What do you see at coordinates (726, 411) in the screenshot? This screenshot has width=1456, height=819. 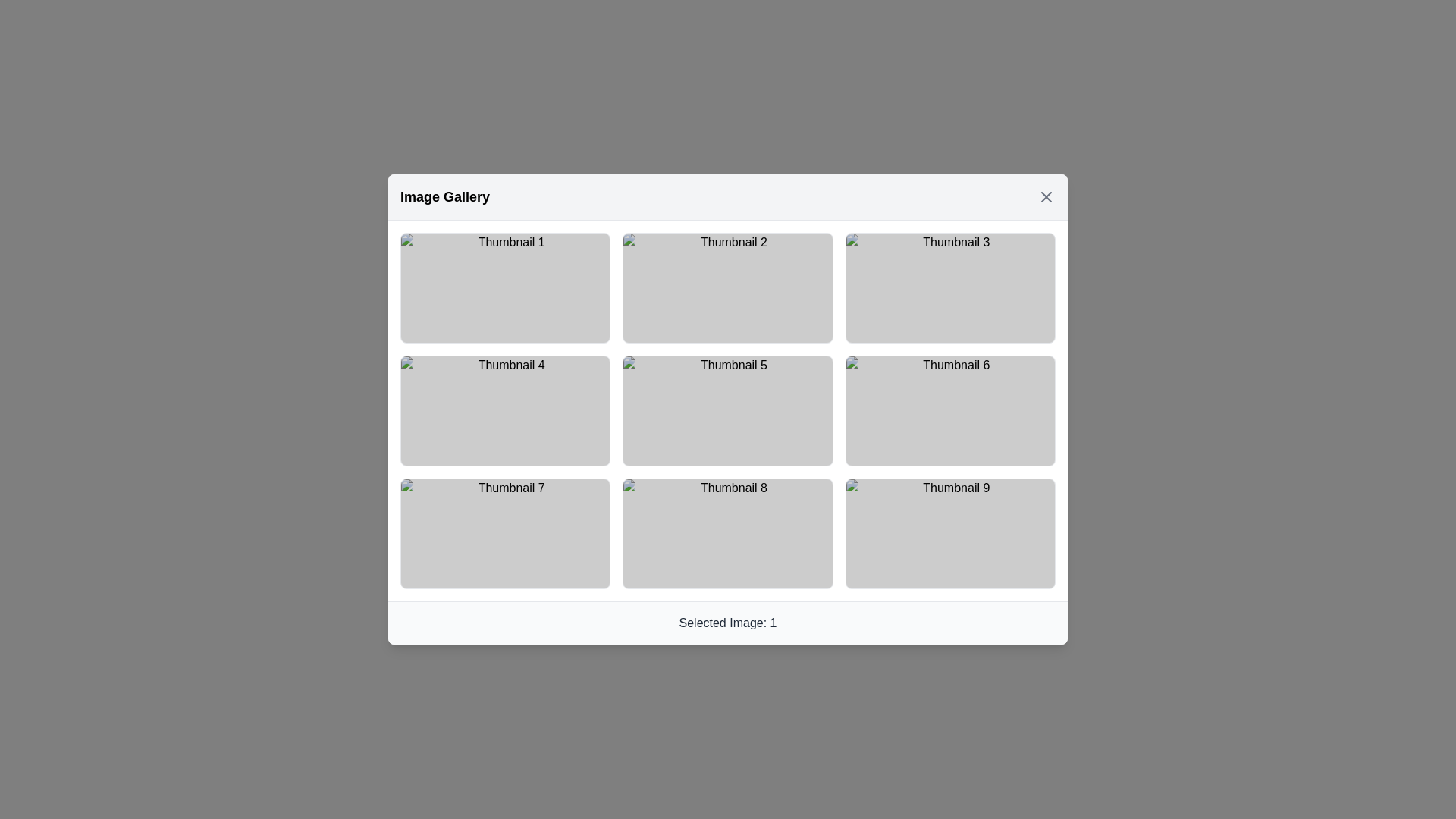 I see `the interactive thumbnail labeled 'Thumbnail 5' located in the center column of the second row in the grid` at bounding box center [726, 411].